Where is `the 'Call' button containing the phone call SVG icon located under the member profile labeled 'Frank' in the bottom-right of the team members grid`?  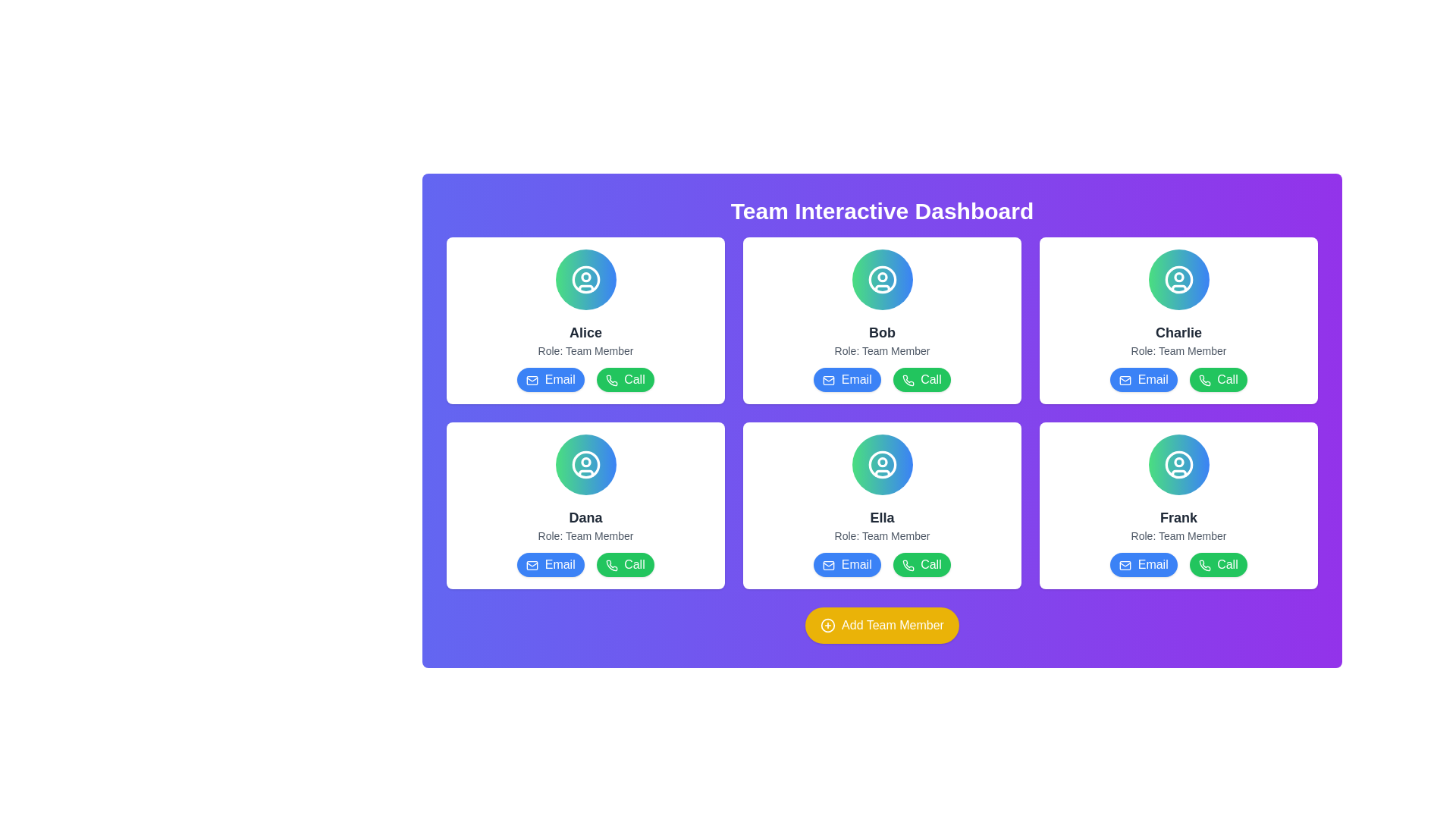
the 'Call' button containing the phone call SVG icon located under the member profile labeled 'Frank' in the bottom-right of the team members grid is located at coordinates (1203, 565).